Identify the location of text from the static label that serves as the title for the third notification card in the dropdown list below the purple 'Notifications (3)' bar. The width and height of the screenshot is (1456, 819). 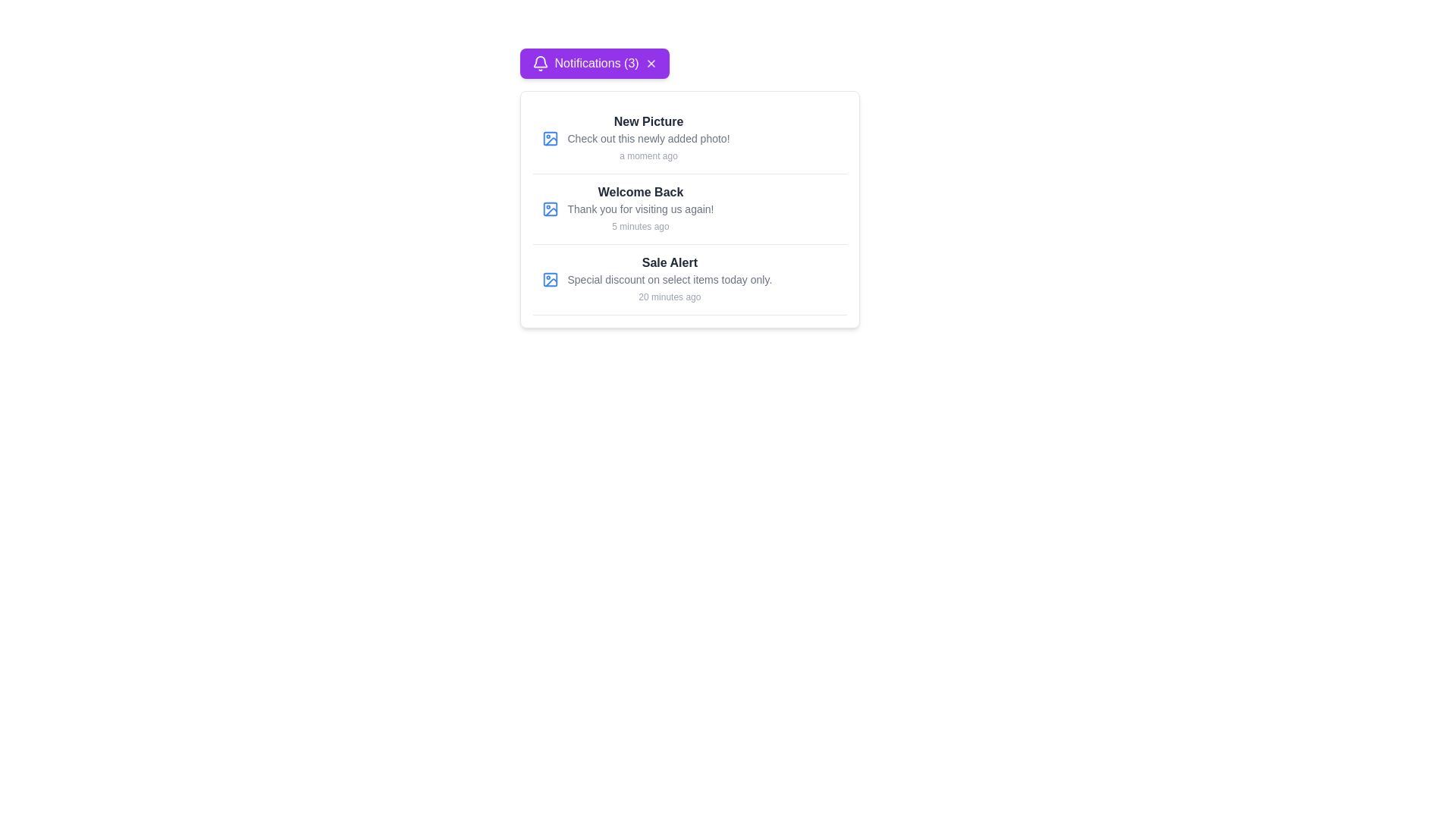
(669, 262).